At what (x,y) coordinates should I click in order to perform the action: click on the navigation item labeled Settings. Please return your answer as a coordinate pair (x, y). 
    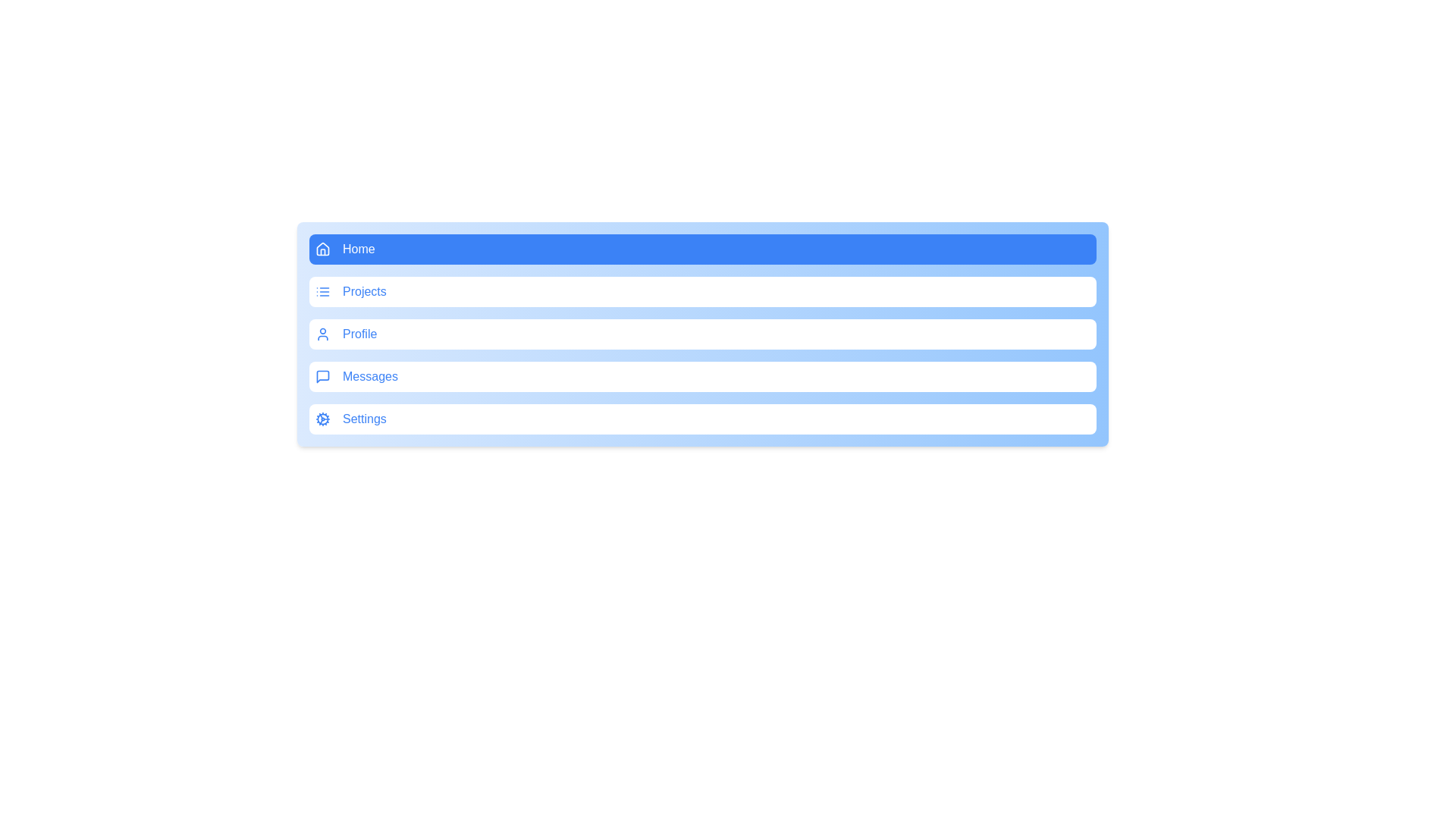
    Looking at the image, I should click on (701, 419).